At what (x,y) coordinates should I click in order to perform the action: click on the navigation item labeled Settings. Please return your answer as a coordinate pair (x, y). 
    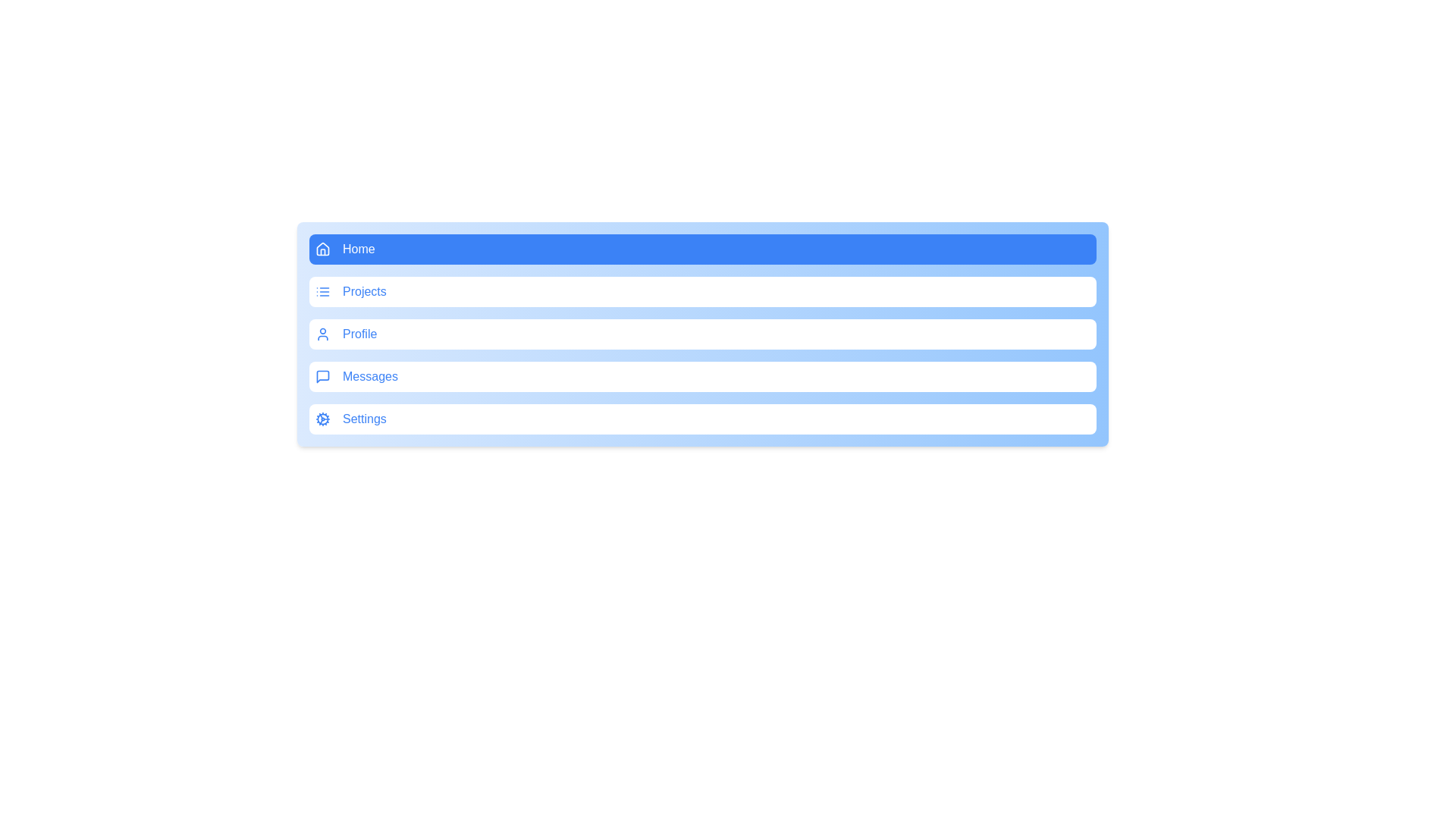
    Looking at the image, I should click on (701, 419).